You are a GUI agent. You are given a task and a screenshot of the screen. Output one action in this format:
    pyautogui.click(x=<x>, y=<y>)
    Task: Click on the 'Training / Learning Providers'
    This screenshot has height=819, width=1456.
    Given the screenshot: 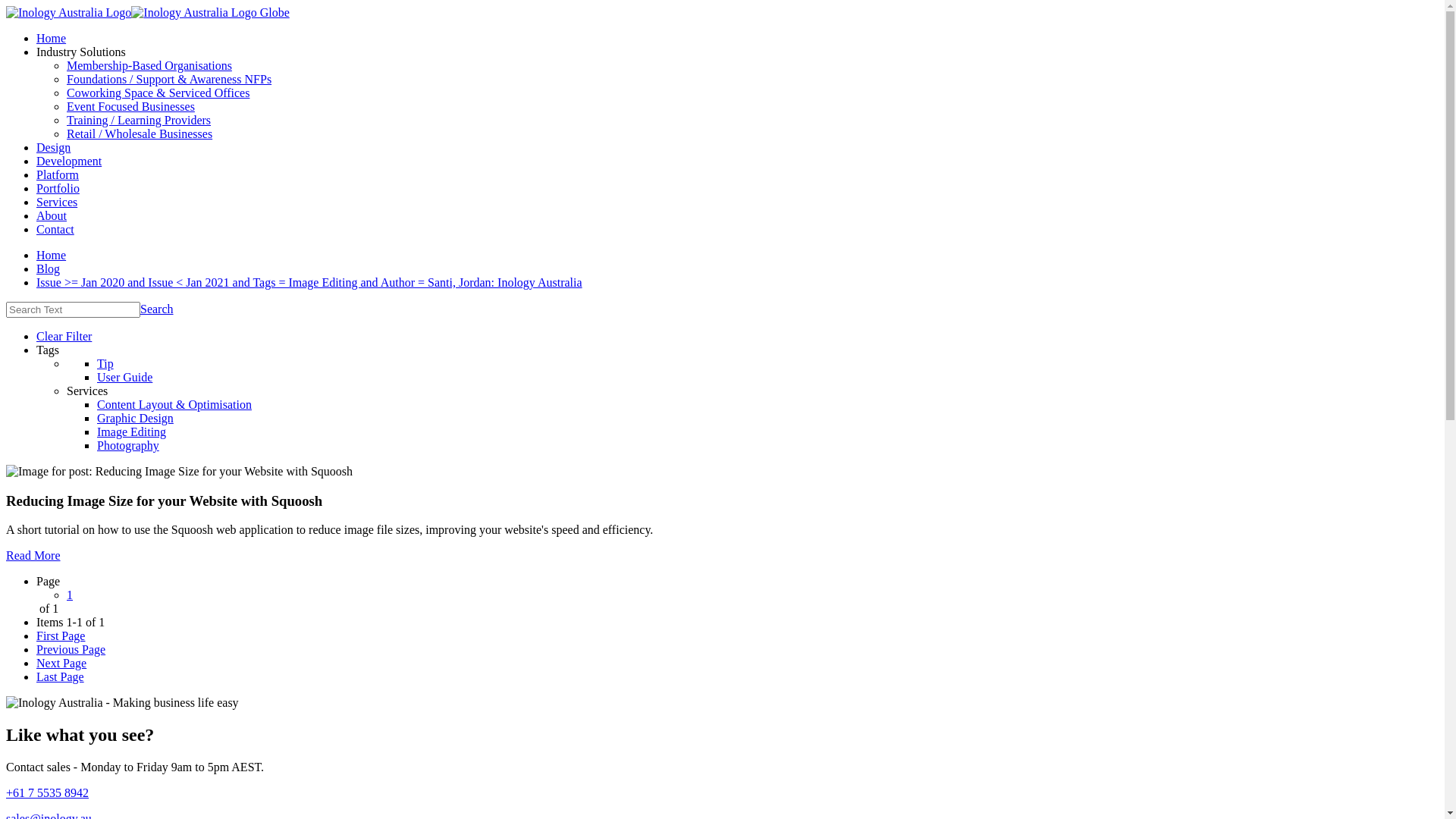 What is the action you would take?
    pyautogui.click(x=138, y=119)
    